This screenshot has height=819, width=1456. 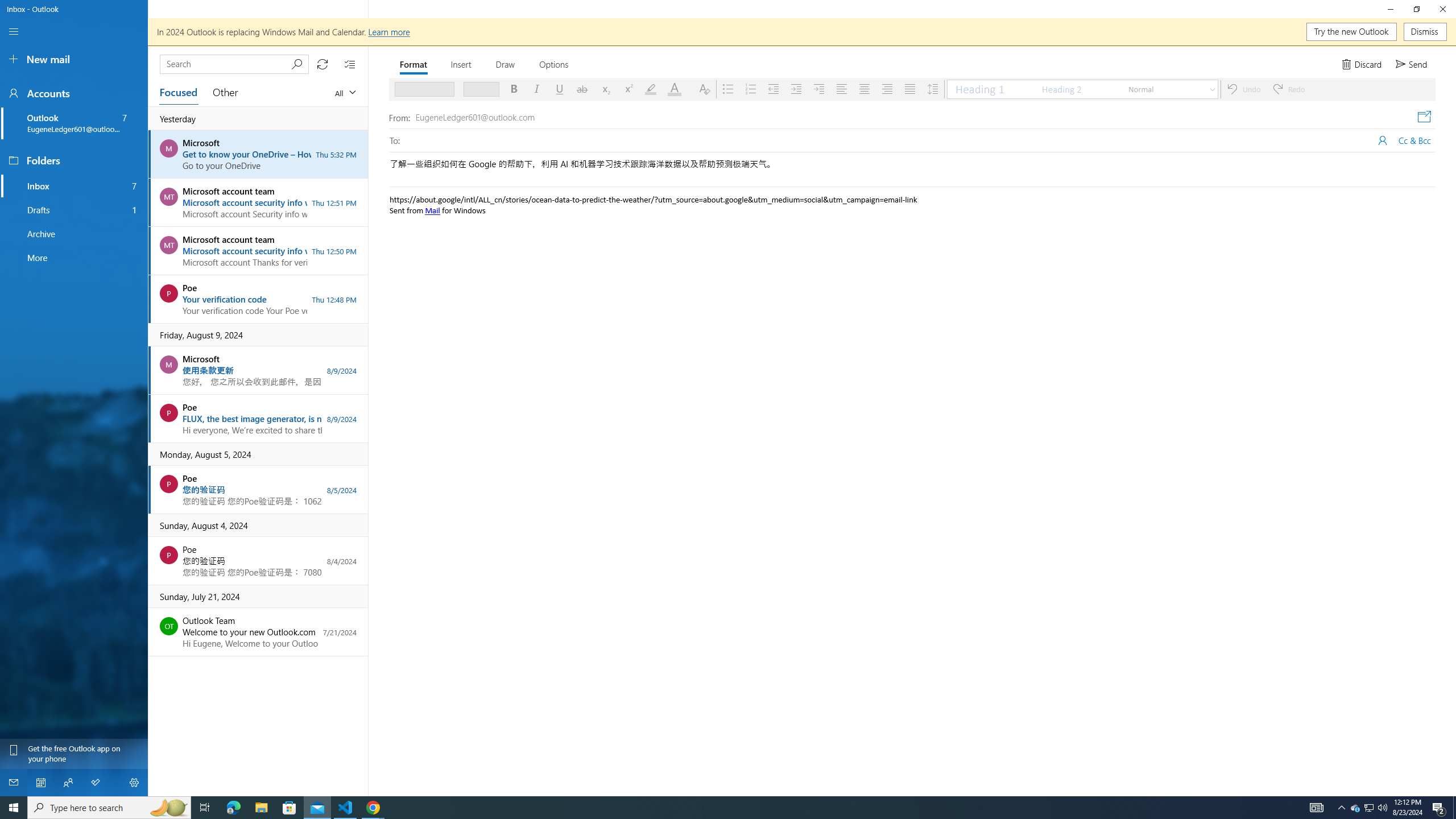 I want to click on 'Filter, All', so click(x=345, y=92).